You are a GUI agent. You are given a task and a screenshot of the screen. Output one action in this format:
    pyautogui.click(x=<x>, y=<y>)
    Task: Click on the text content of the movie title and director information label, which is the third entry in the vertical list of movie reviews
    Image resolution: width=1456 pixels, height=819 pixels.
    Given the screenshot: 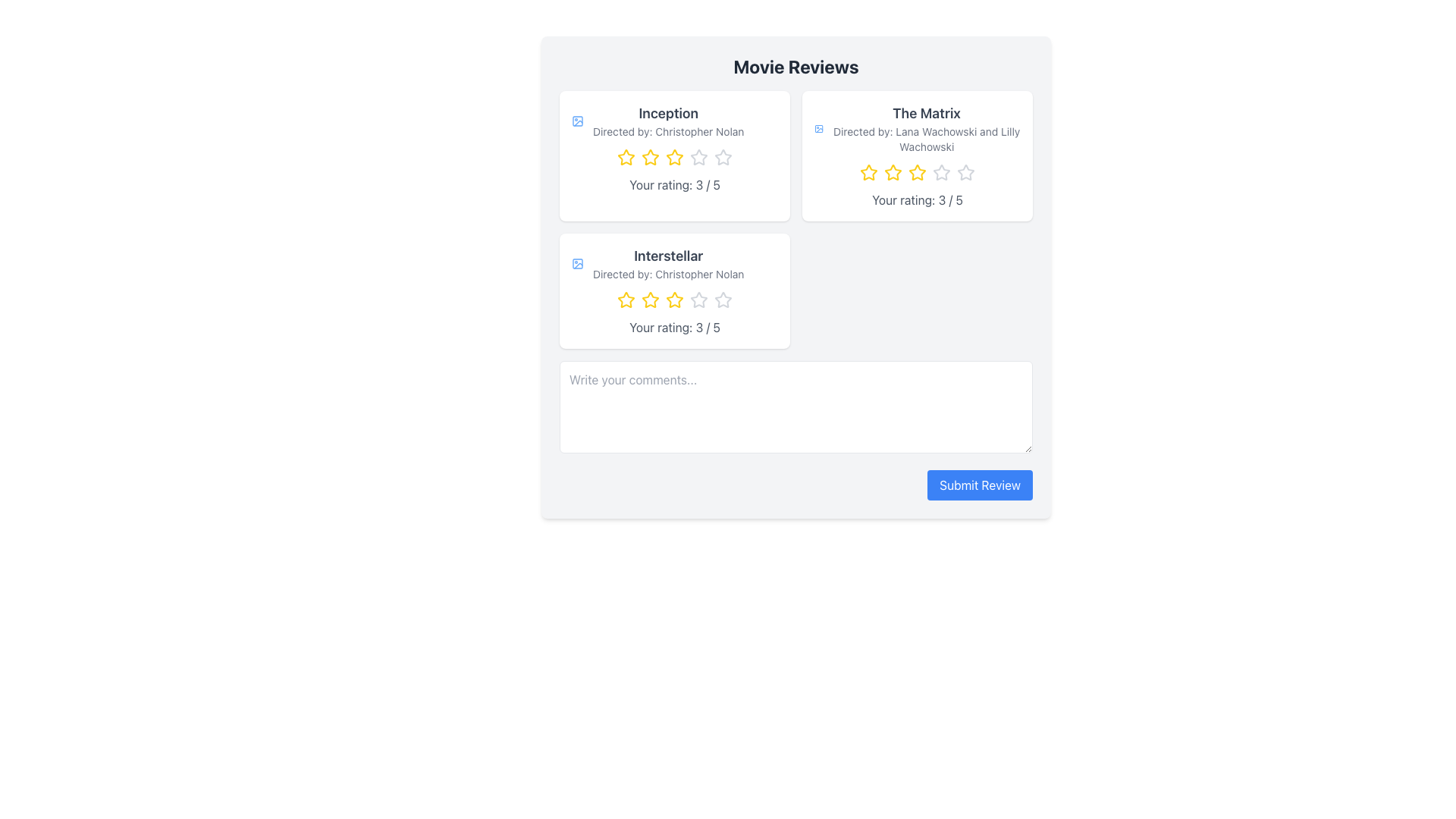 What is the action you would take?
    pyautogui.click(x=667, y=262)
    